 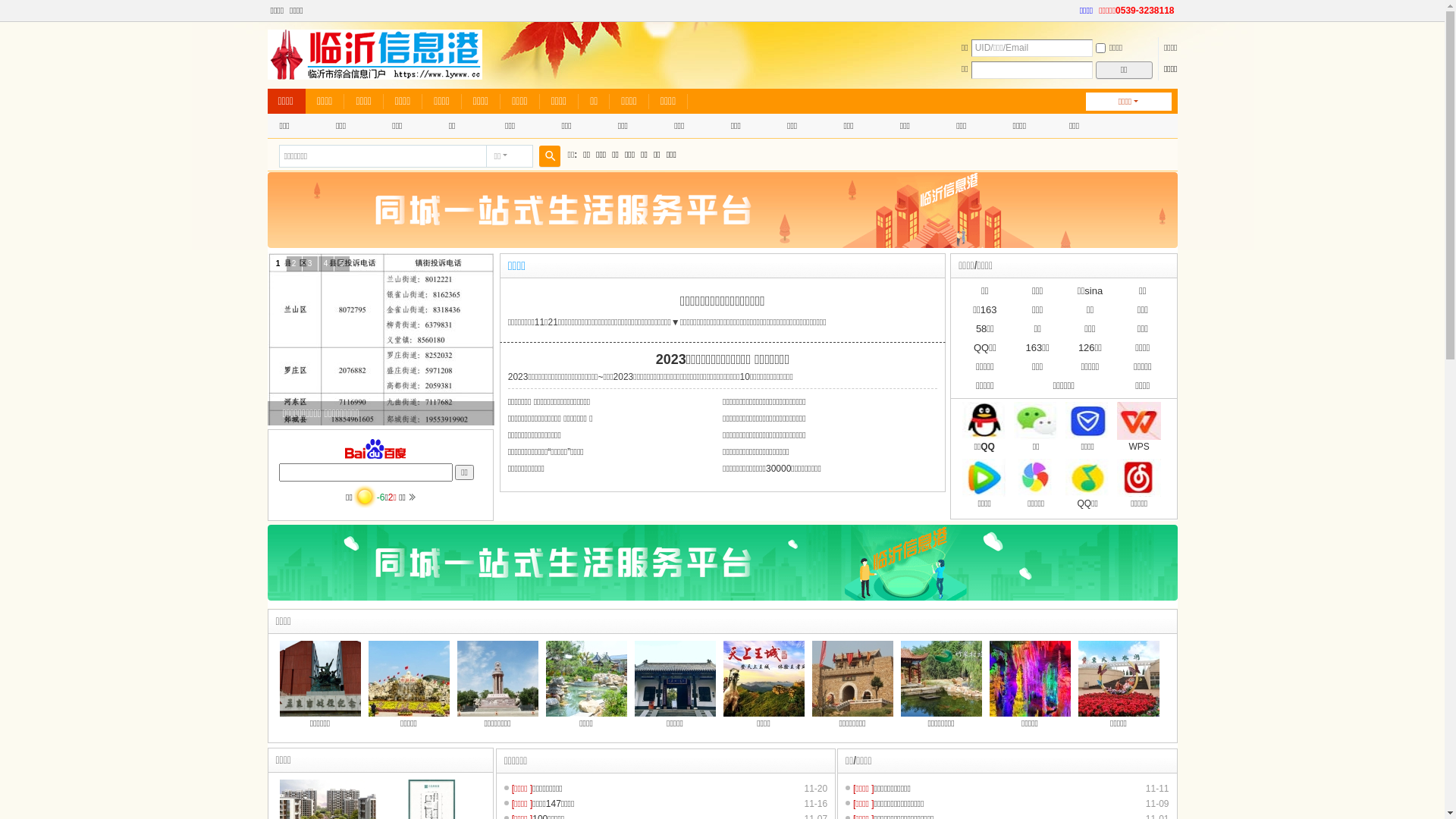 What do you see at coordinates (548, 155) in the screenshot?
I see `'true'` at bounding box center [548, 155].